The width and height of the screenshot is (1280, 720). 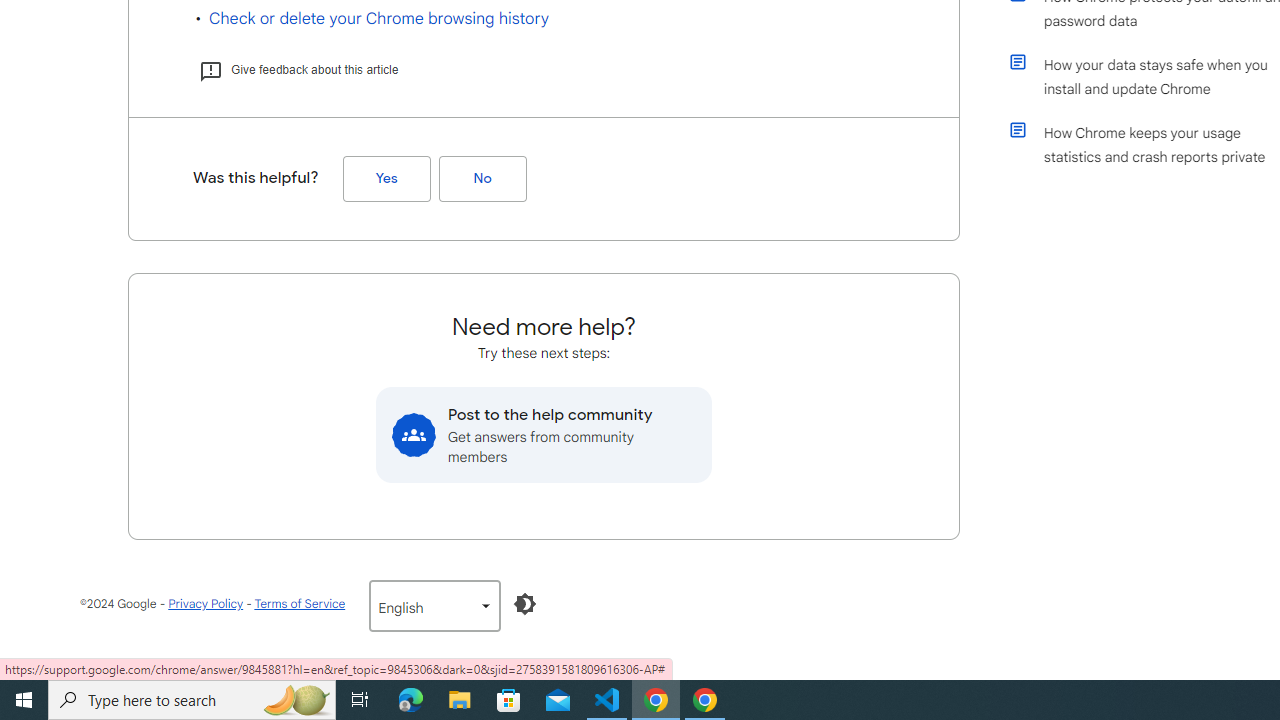 I want to click on 'Terms of Service', so click(x=298, y=602).